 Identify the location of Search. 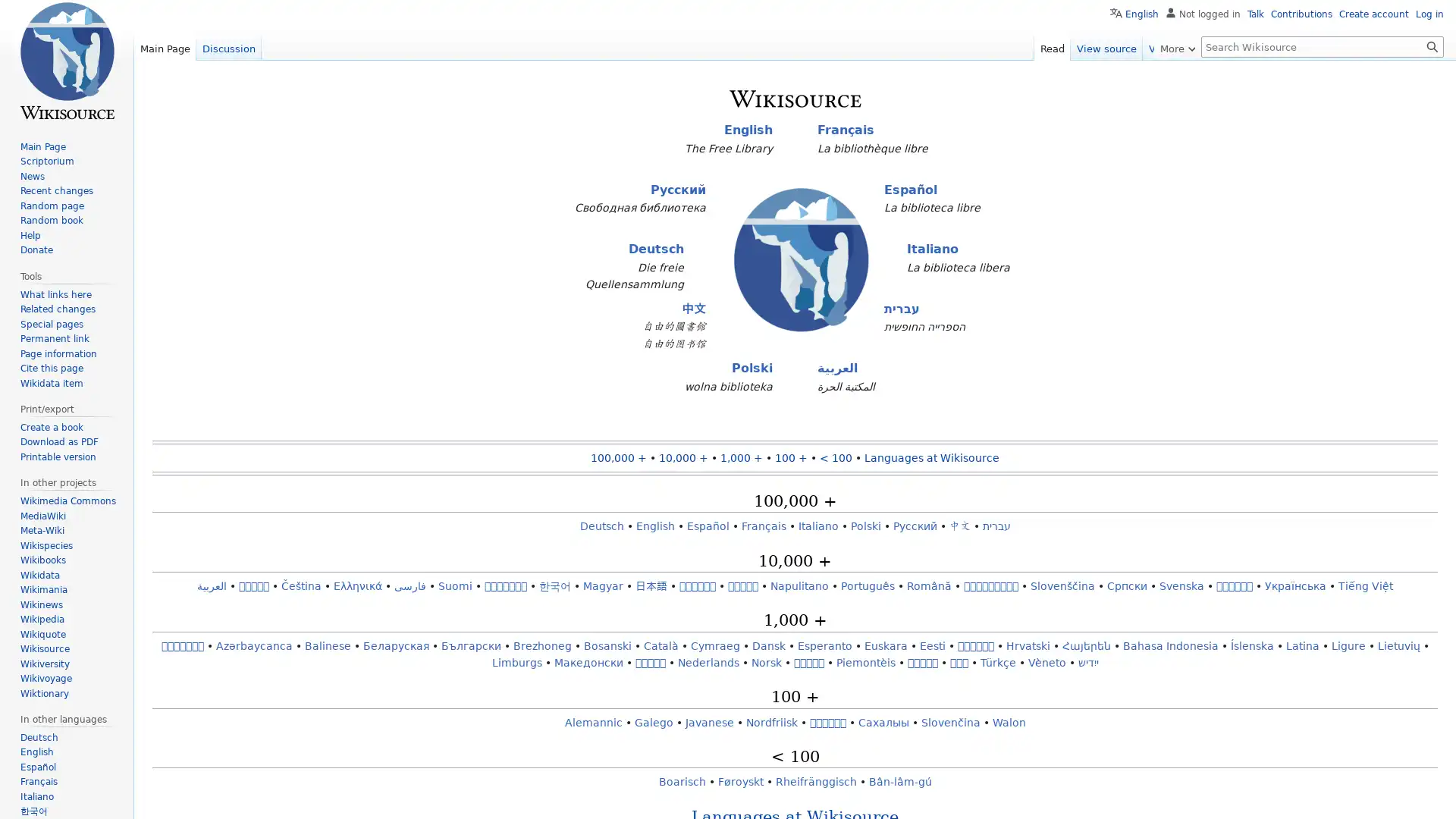
(1432, 45).